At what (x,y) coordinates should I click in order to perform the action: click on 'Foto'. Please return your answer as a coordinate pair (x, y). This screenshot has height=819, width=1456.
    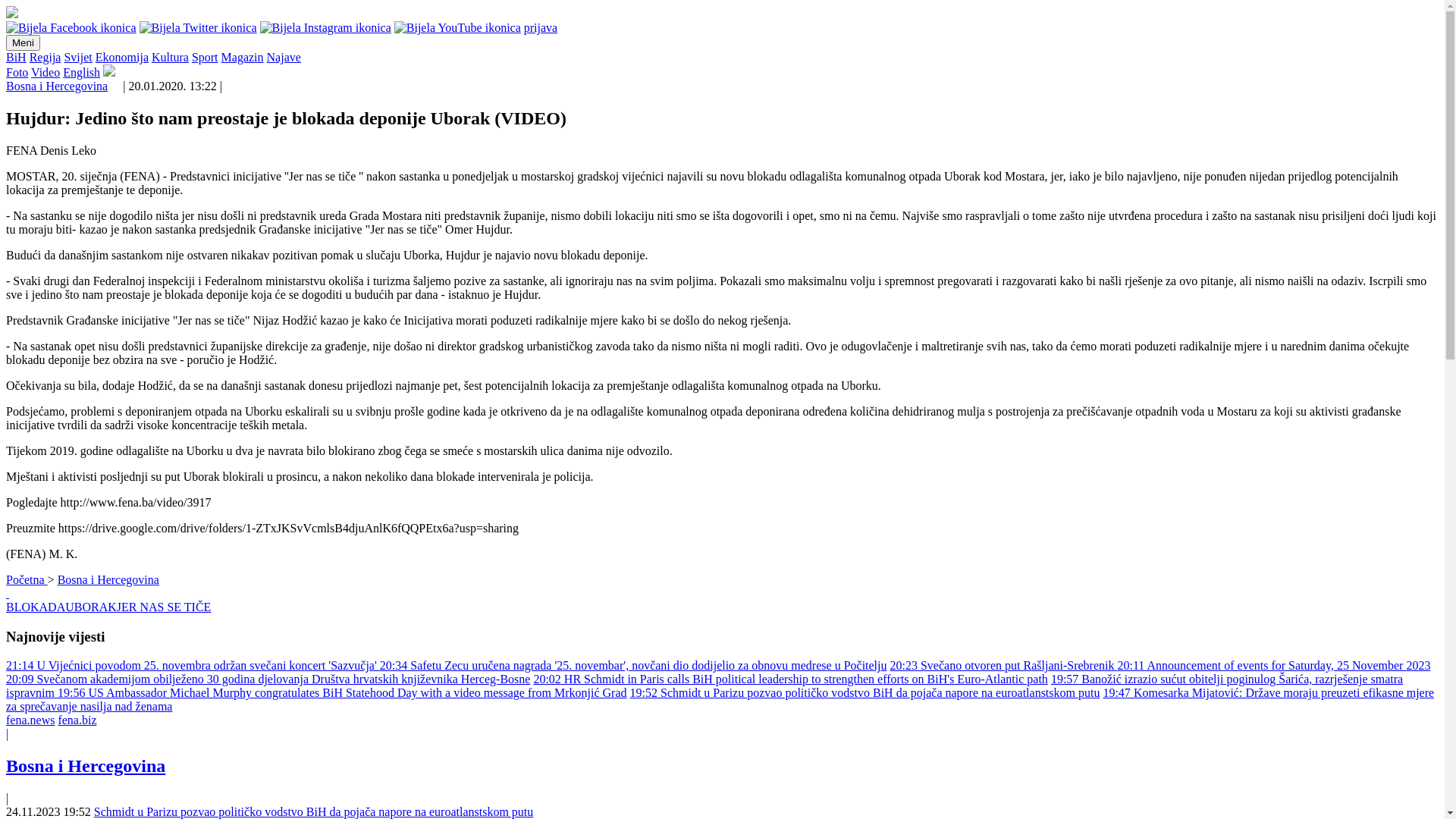
    Looking at the image, I should click on (6, 72).